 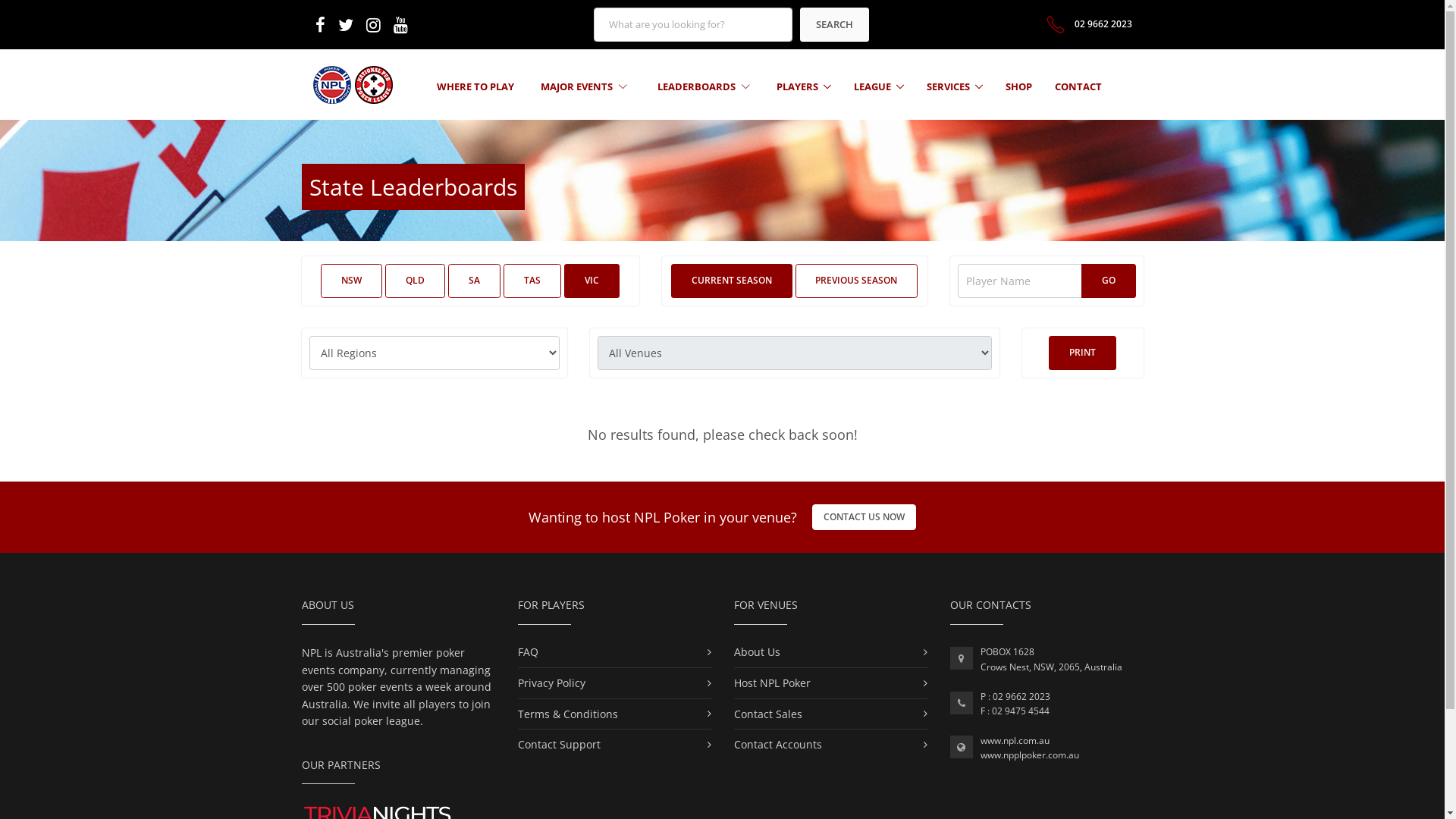 What do you see at coordinates (799, 24) in the screenshot?
I see `'SEARCH'` at bounding box center [799, 24].